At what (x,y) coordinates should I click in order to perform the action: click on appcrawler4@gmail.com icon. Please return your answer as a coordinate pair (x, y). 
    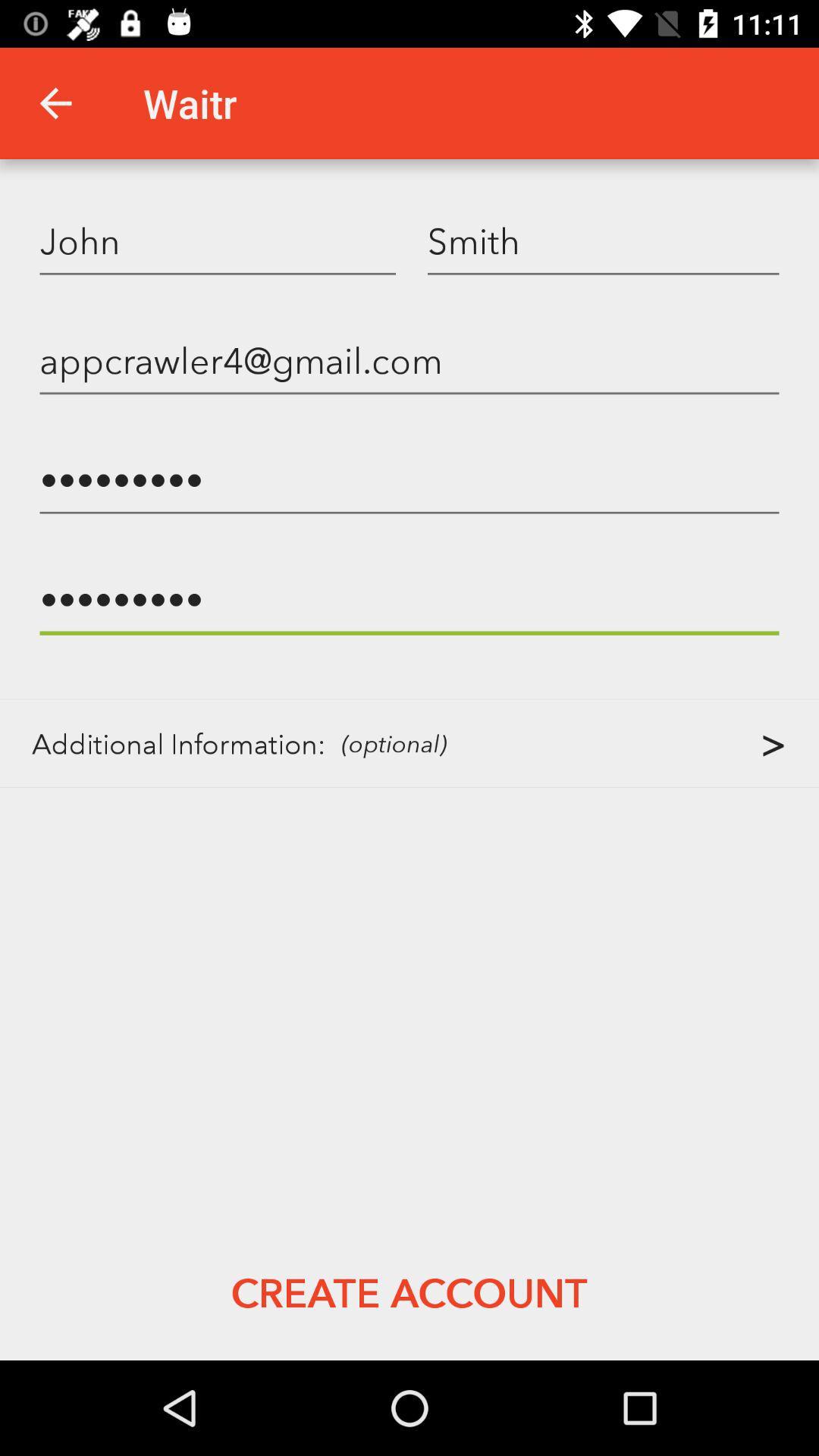
    Looking at the image, I should click on (409, 359).